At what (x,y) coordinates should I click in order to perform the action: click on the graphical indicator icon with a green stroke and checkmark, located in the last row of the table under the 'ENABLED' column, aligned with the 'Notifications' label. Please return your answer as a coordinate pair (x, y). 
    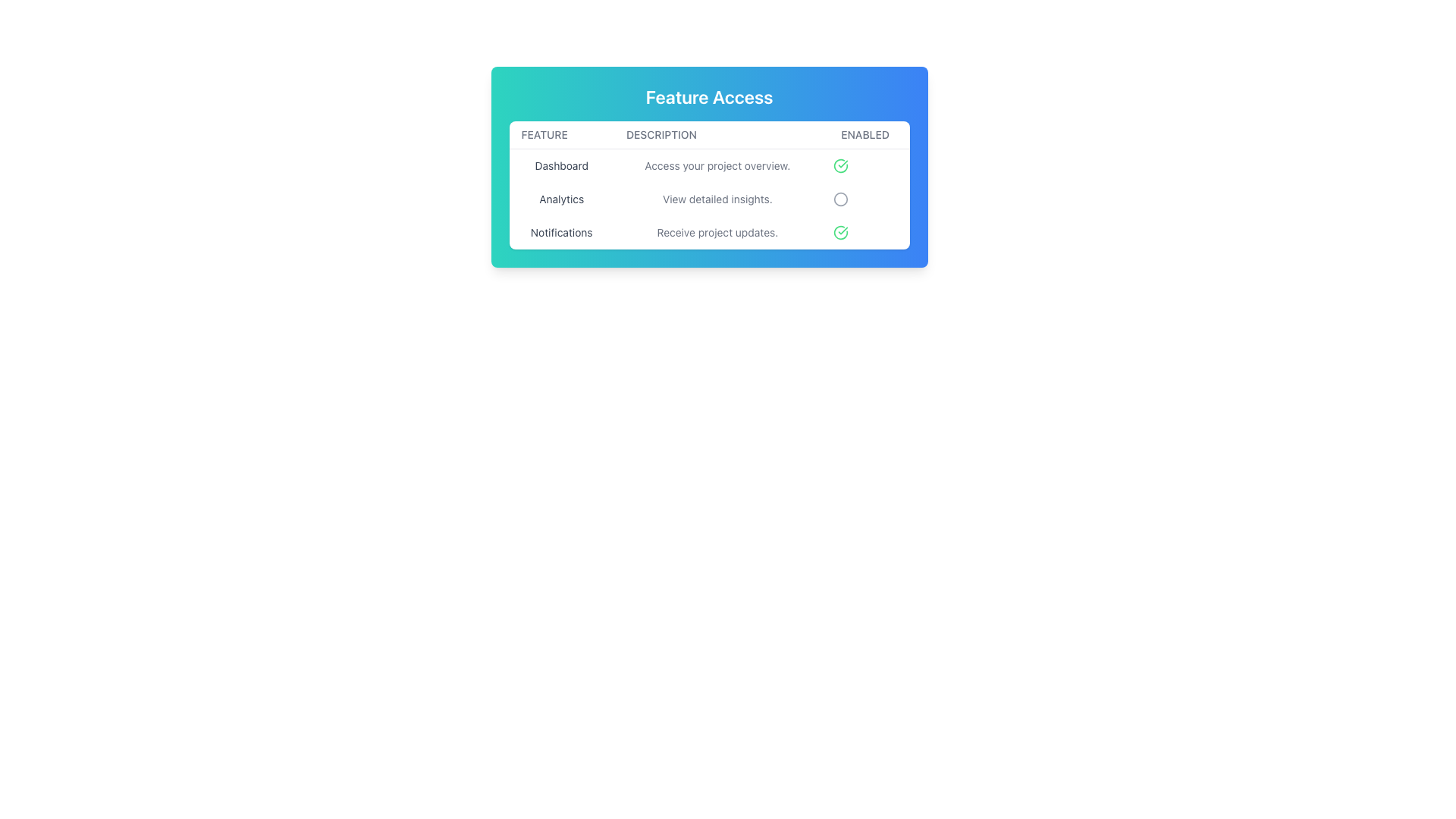
    Looking at the image, I should click on (839, 233).